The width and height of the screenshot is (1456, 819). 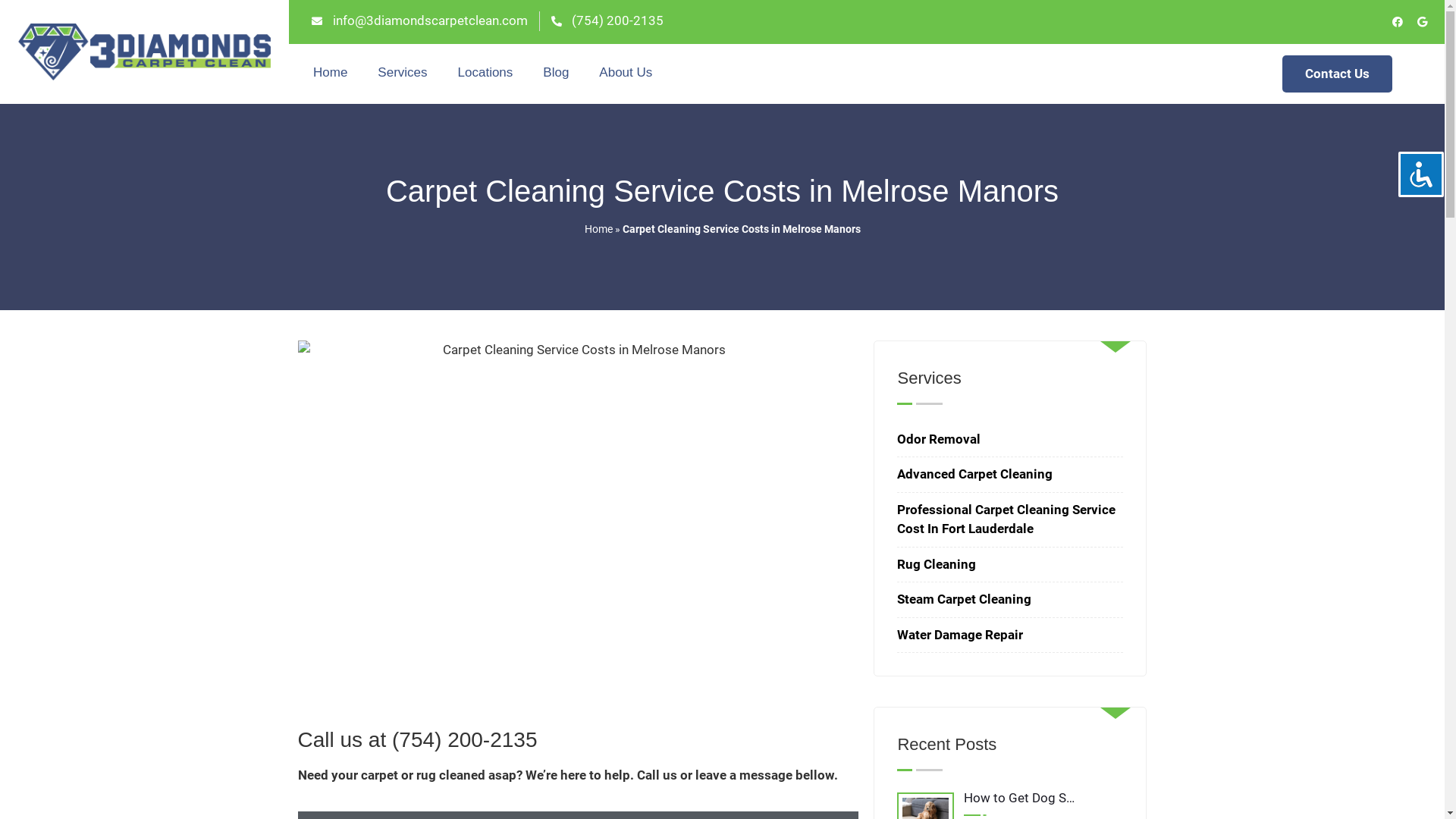 I want to click on 'Blog', so click(x=555, y=73).